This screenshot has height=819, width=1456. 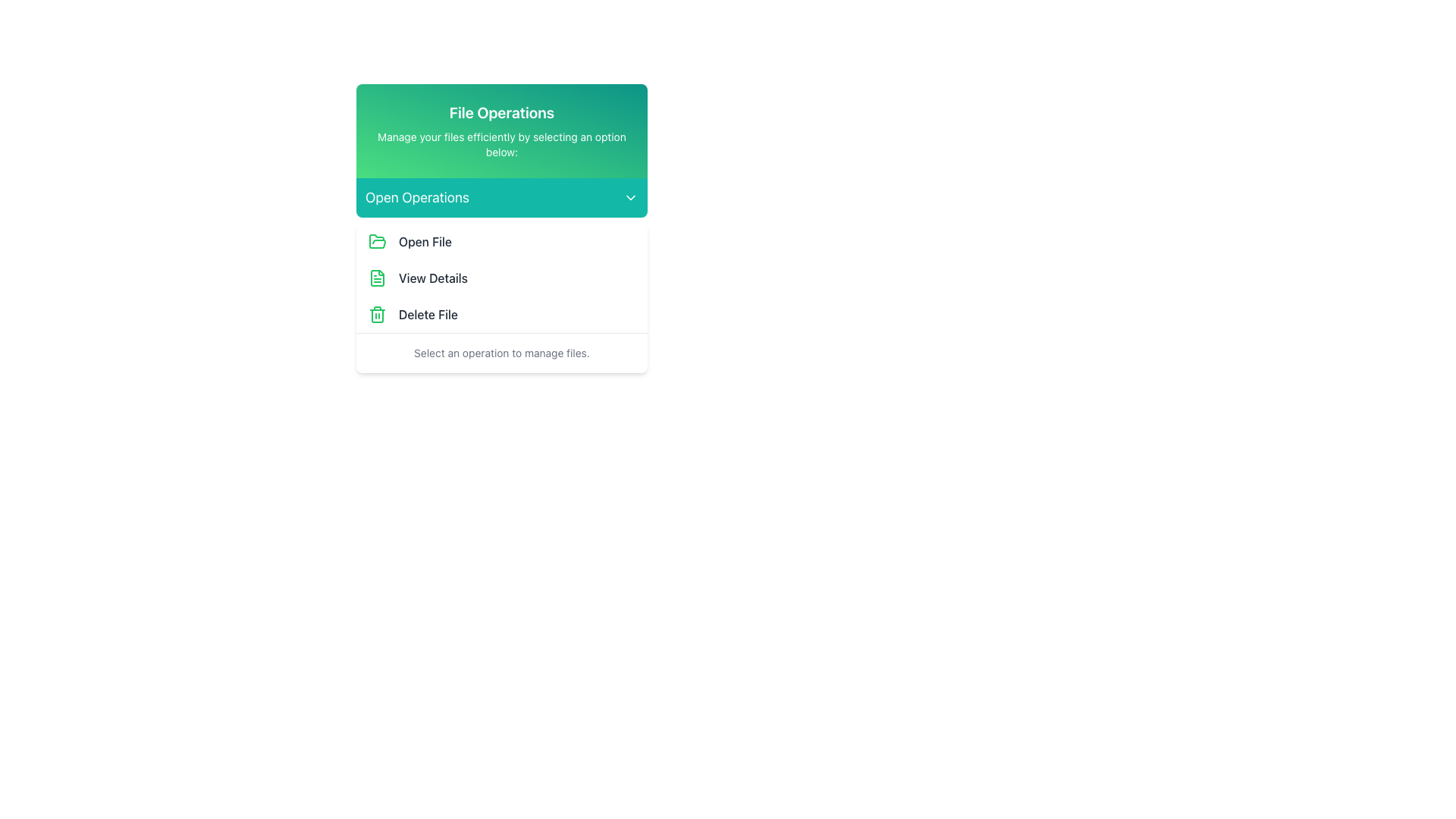 I want to click on the static text that instructs users to 'Manage your files efficiently by selecting an option below:', which is located directly beneath the 'File Operations' heading, so click(x=502, y=145).